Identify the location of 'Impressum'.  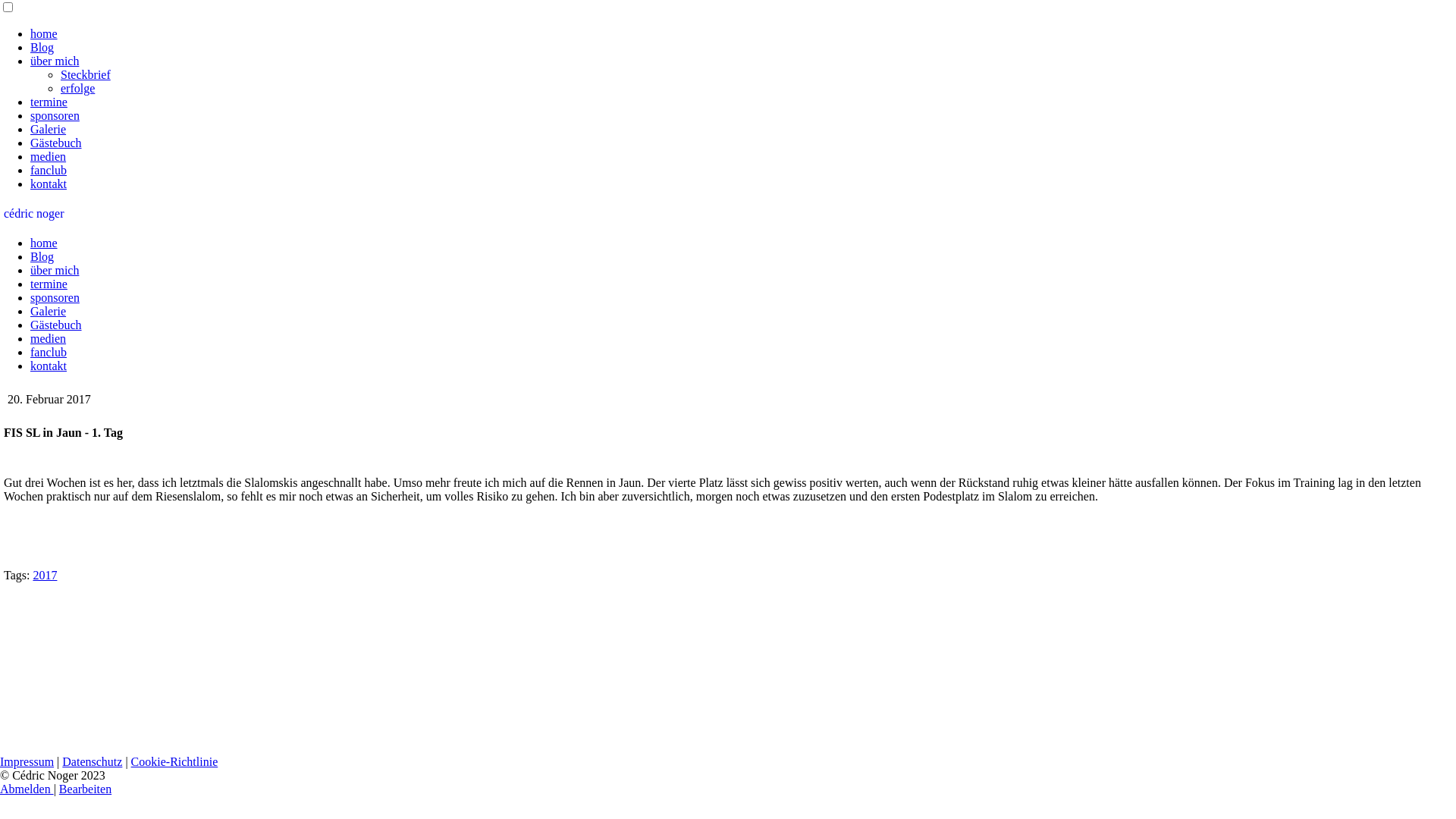
(0, 761).